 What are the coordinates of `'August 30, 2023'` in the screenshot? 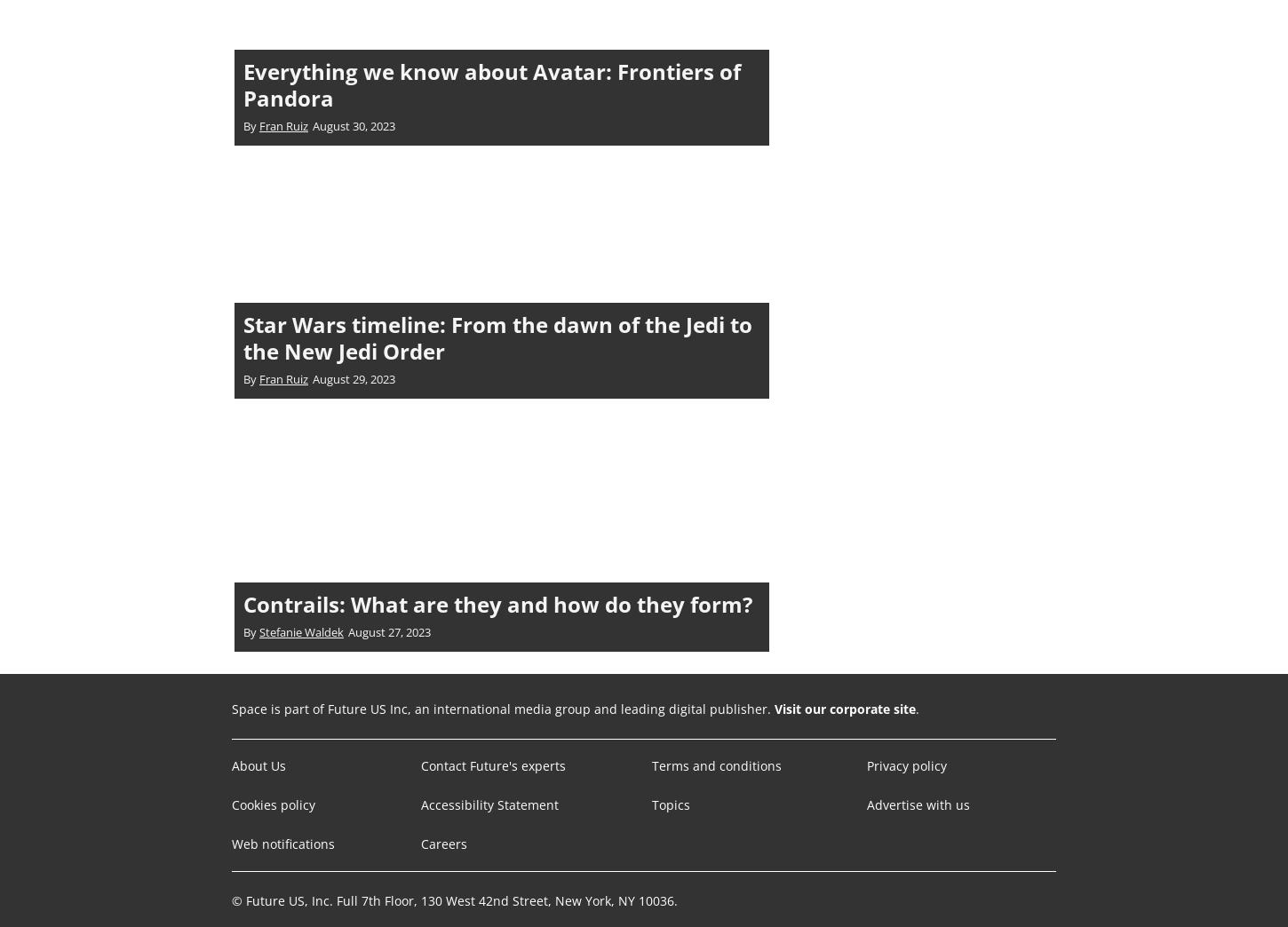 It's located at (313, 124).